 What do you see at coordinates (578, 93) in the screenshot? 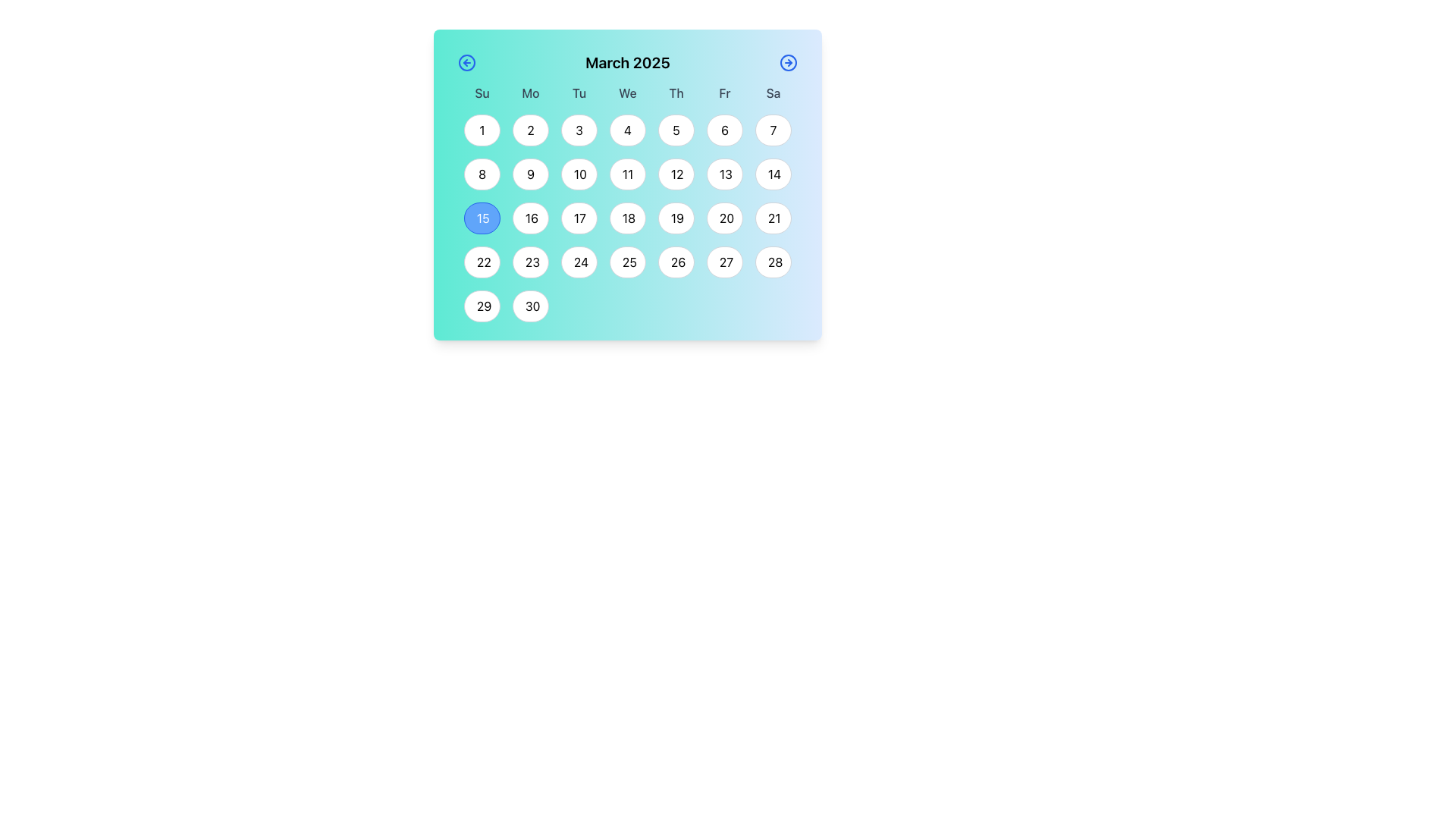
I see `static text label 'Tu' which is the third abbreviation in the header row of weekdays in the calendar interface` at bounding box center [578, 93].